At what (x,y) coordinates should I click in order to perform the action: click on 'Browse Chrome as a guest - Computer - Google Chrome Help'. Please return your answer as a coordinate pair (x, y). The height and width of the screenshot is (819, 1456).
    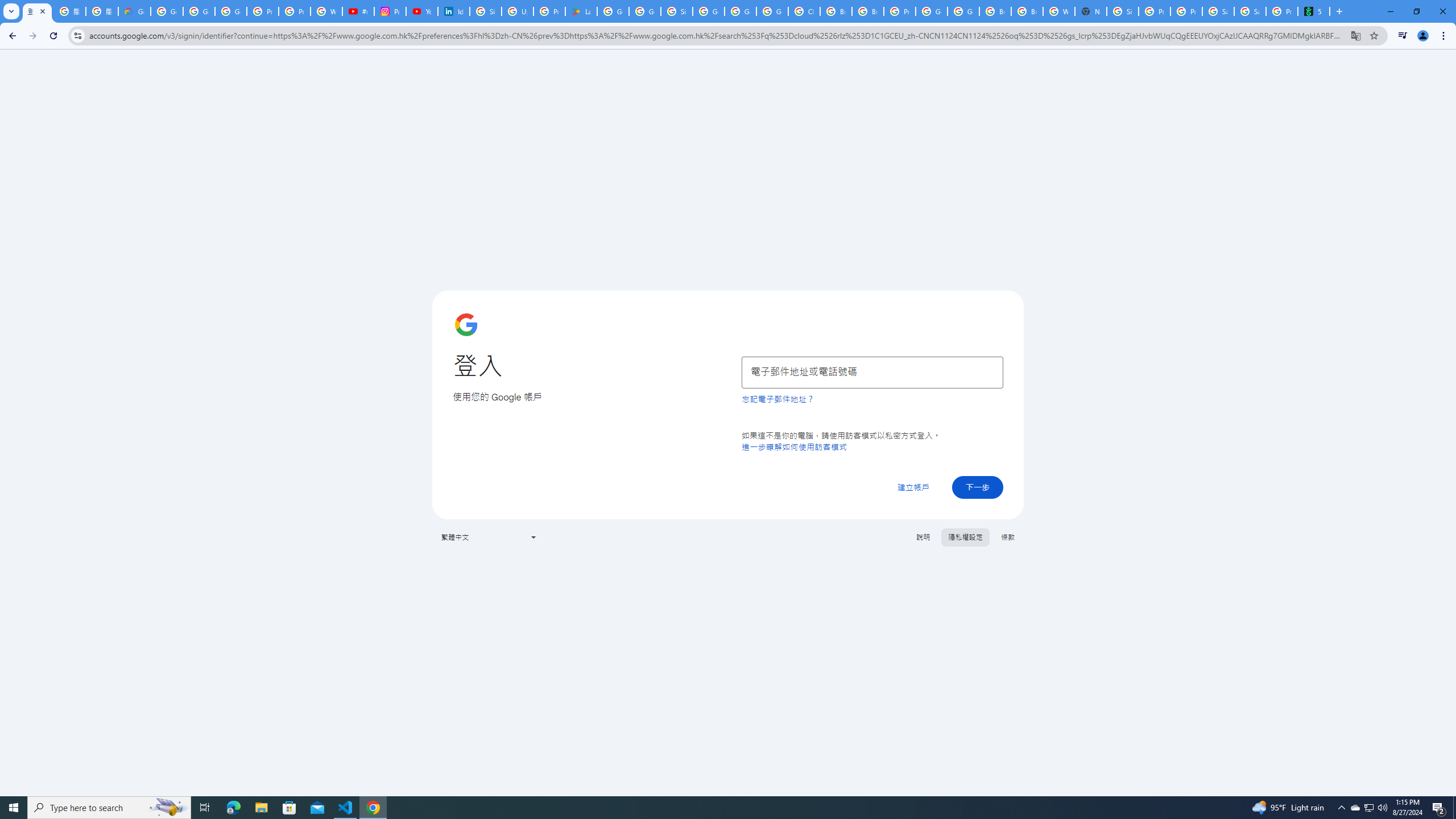
    Looking at the image, I should click on (994, 11).